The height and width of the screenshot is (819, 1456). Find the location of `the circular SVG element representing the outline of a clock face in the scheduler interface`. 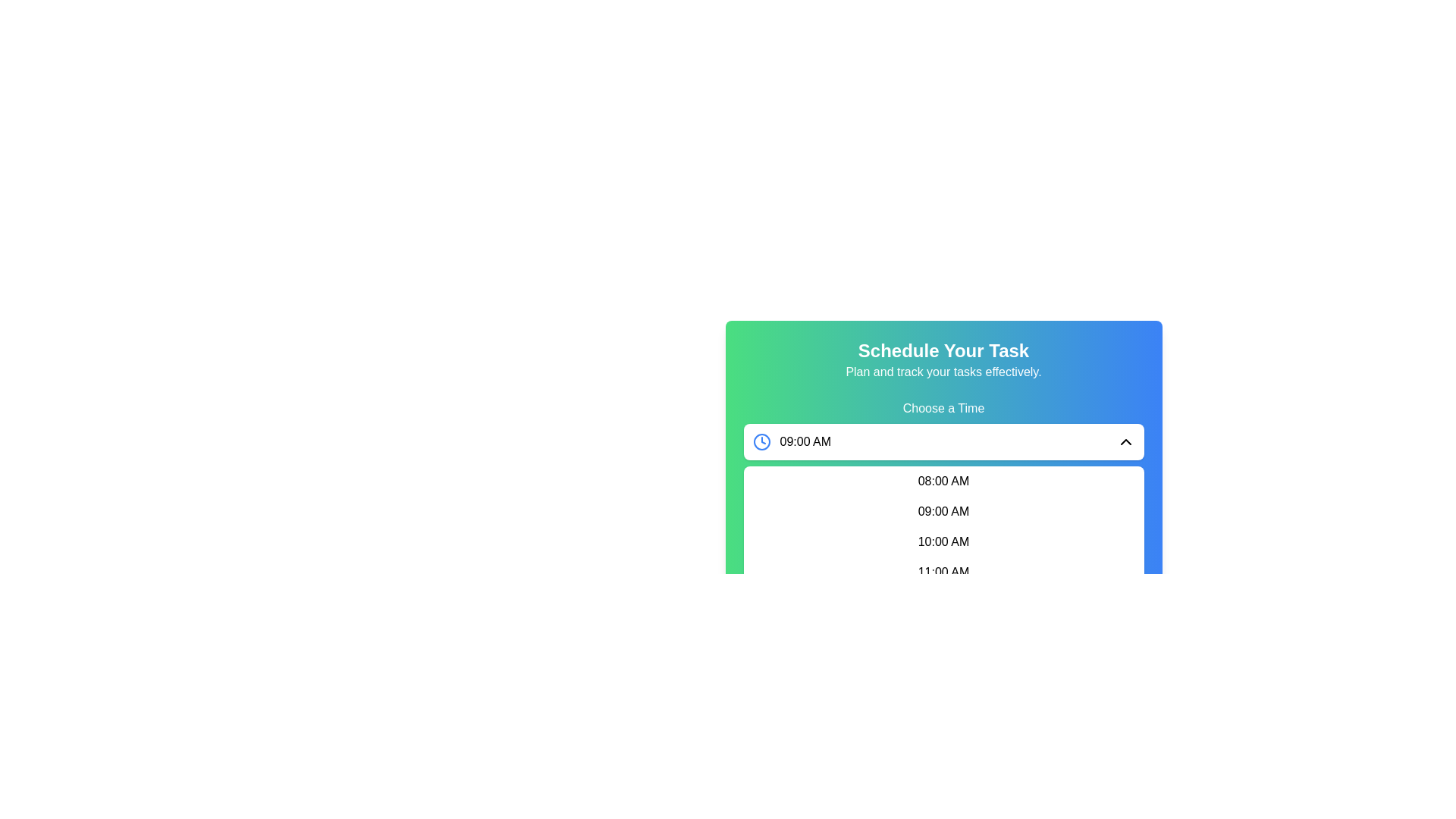

the circular SVG element representing the outline of a clock face in the scheduler interface is located at coordinates (761, 441).